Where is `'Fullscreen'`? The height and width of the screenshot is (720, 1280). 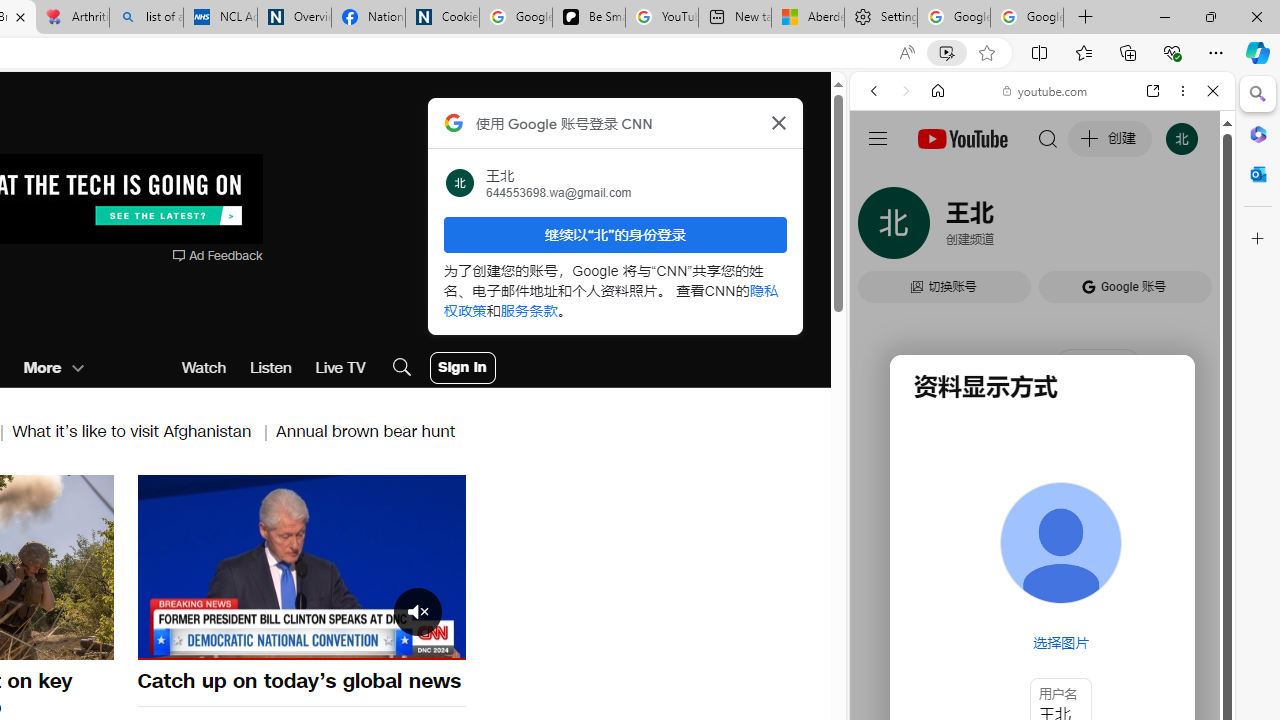
'Fullscreen' is located at coordinates (437, 643).